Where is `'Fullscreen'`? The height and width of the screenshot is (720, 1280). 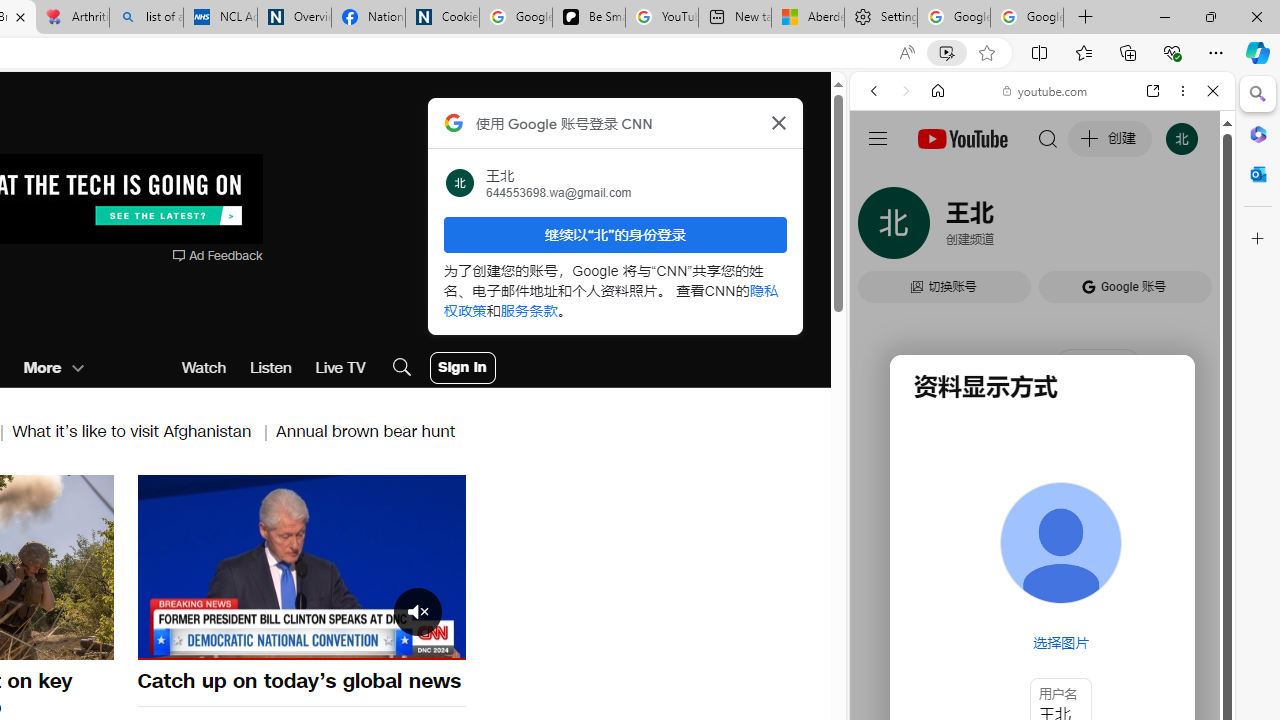
'Fullscreen' is located at coordinates (437, 643).